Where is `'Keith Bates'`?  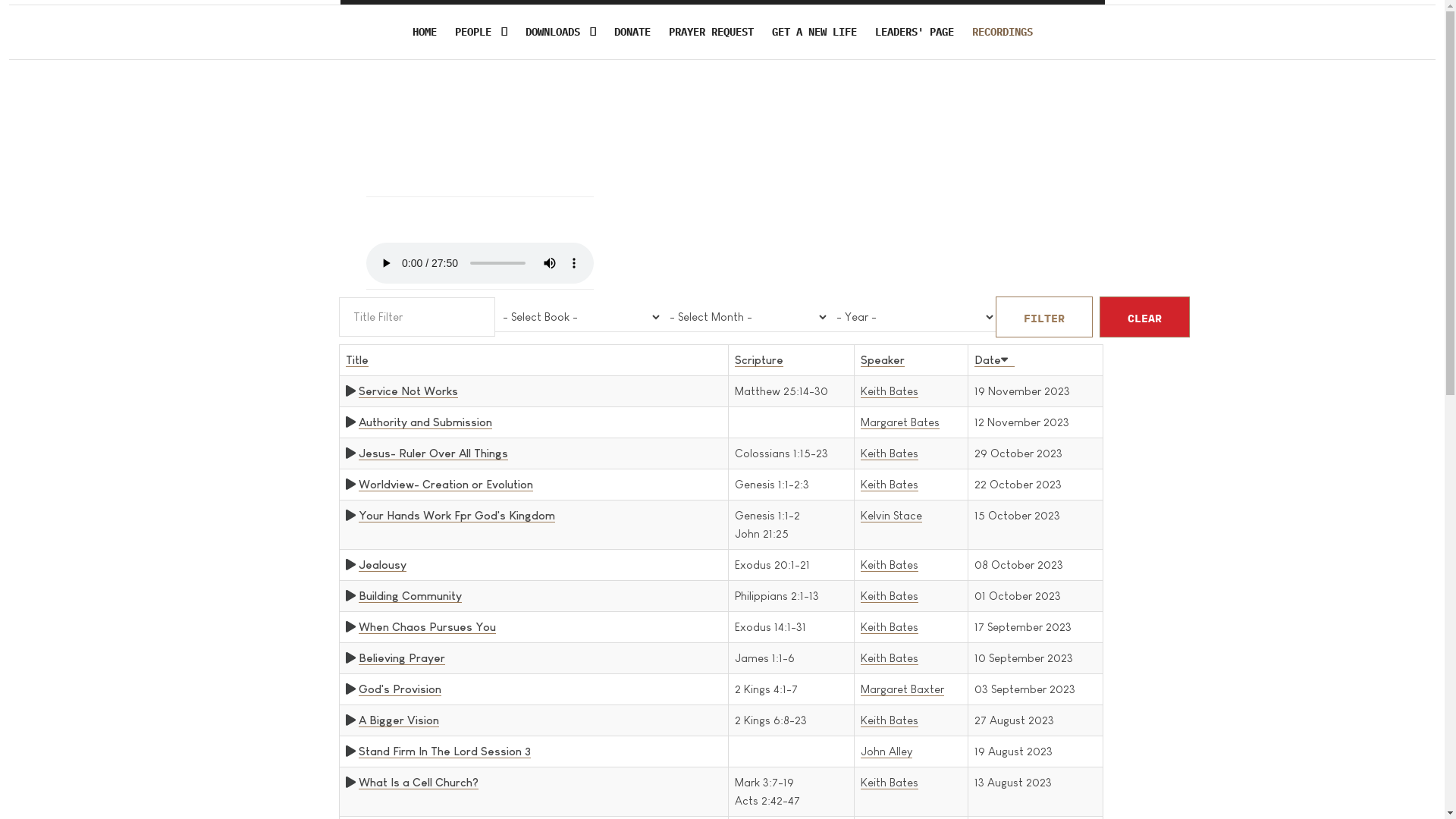 'Keith Bates' is located at coordinates (860, 657).